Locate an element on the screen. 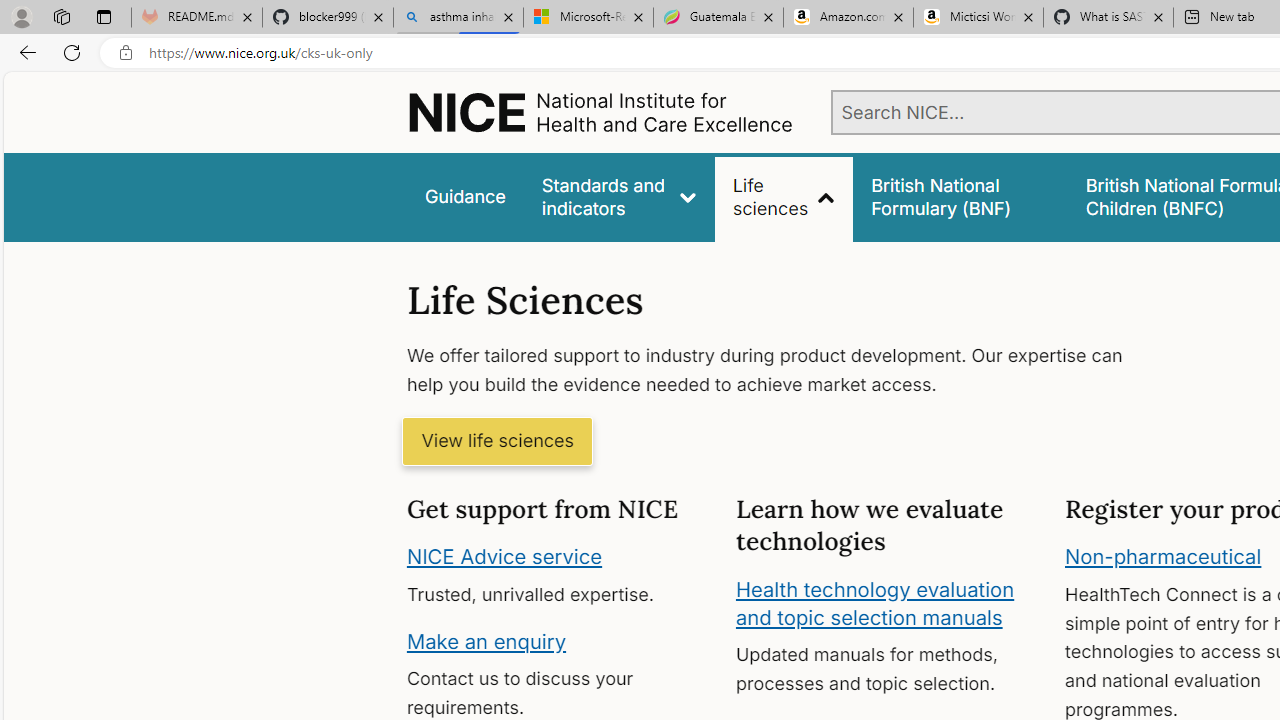 This screenshot has width=1280, height=720. 'asthma inhaler - Search' is located at coordinates (457, 17).